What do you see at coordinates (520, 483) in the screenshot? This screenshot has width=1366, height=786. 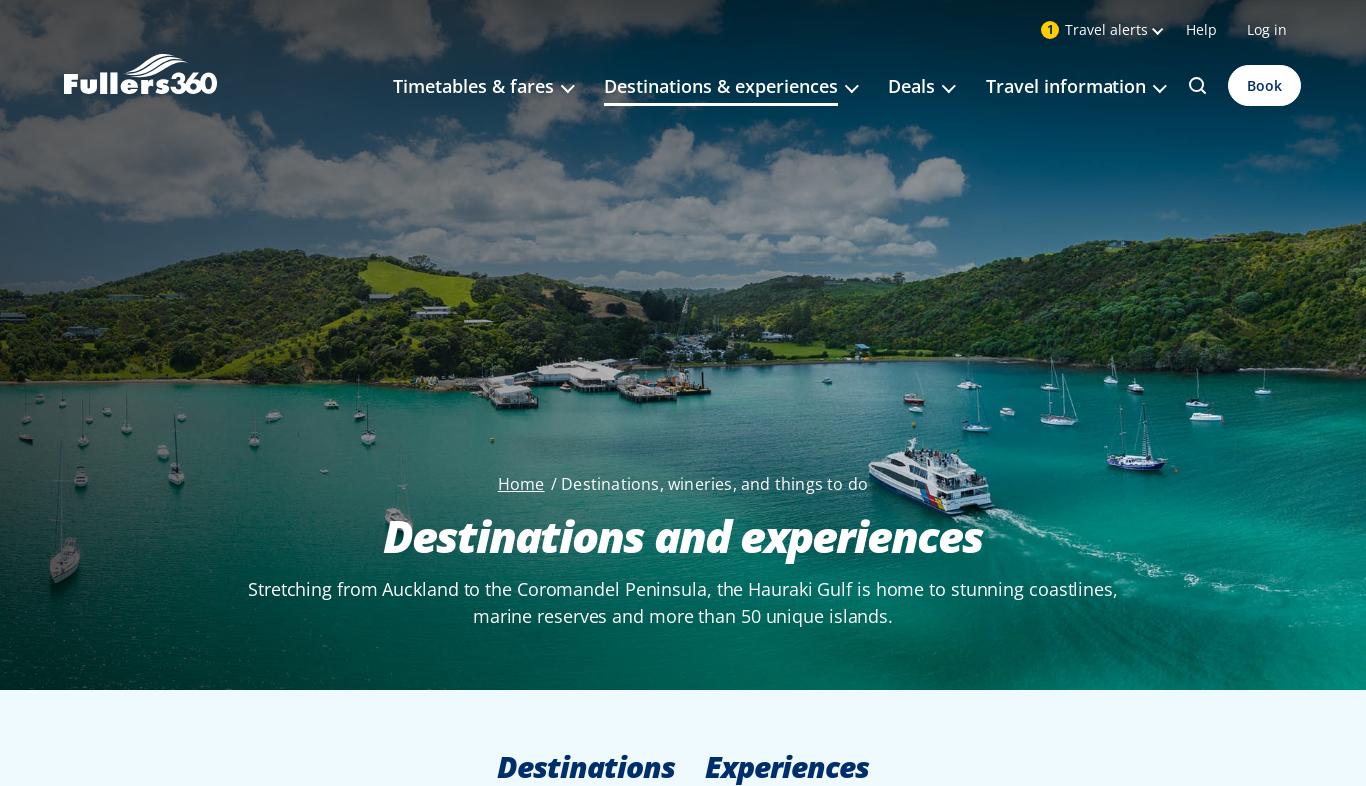 I see `'Home'` at bounding box center [520, 483].